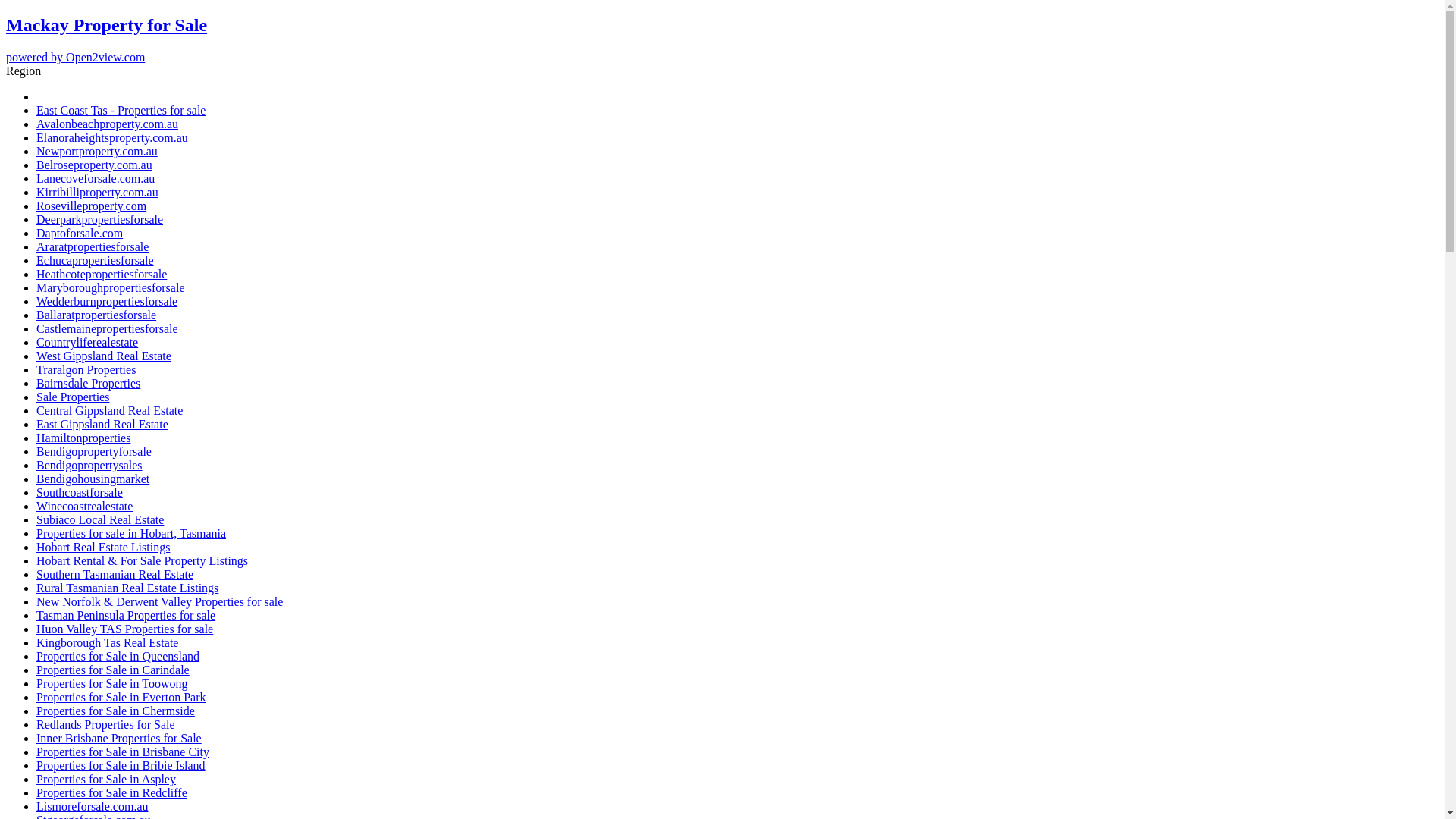  I want to click on 'Heathcotepropertiesforsale', so click(101, 274).